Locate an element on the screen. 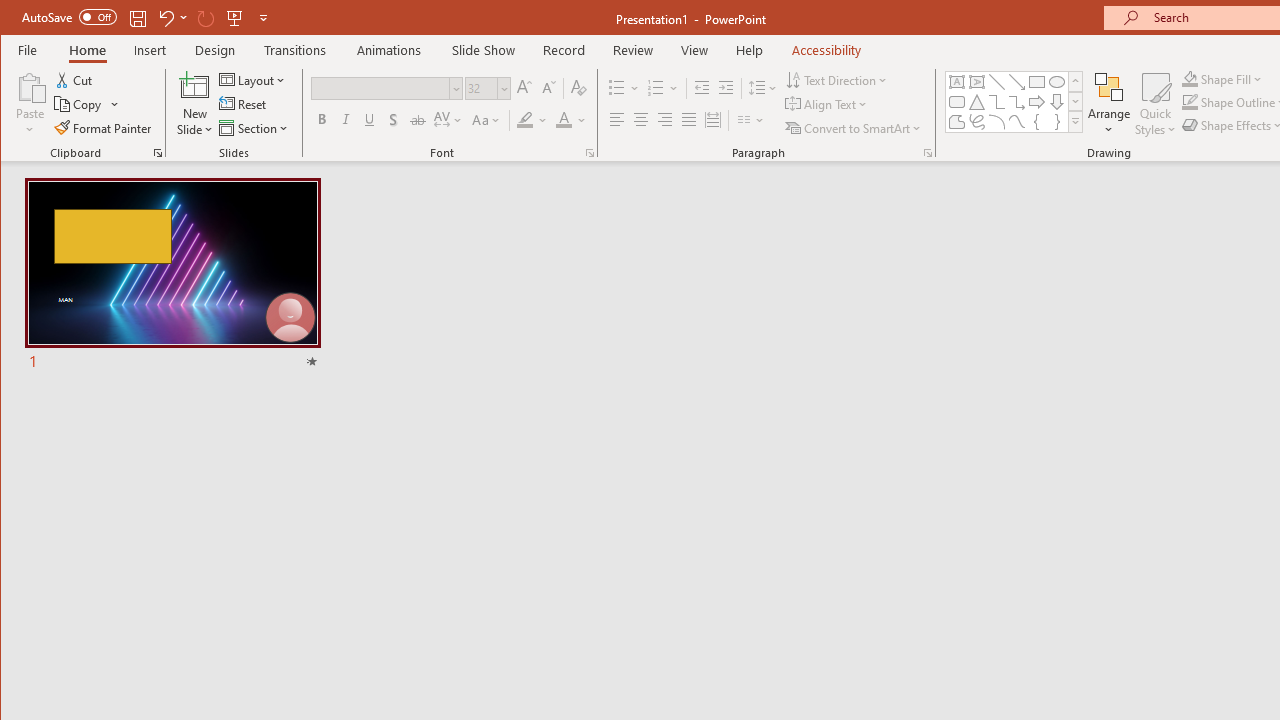 The image size is (1280, 720). 'Center' is located at coordinates (640, 120).